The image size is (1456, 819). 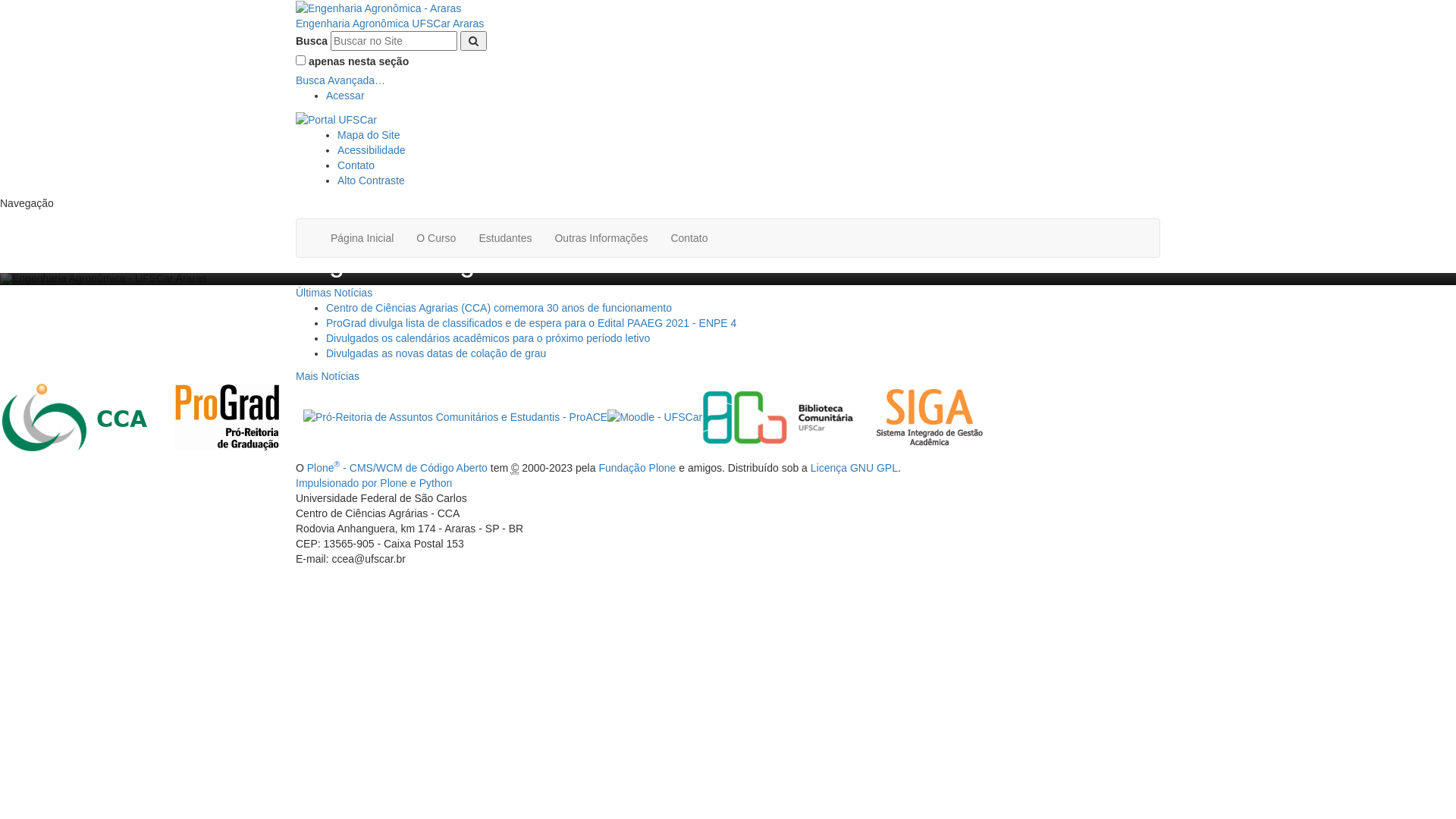 I want to click on 'Contato', so click(x=355, y=165).